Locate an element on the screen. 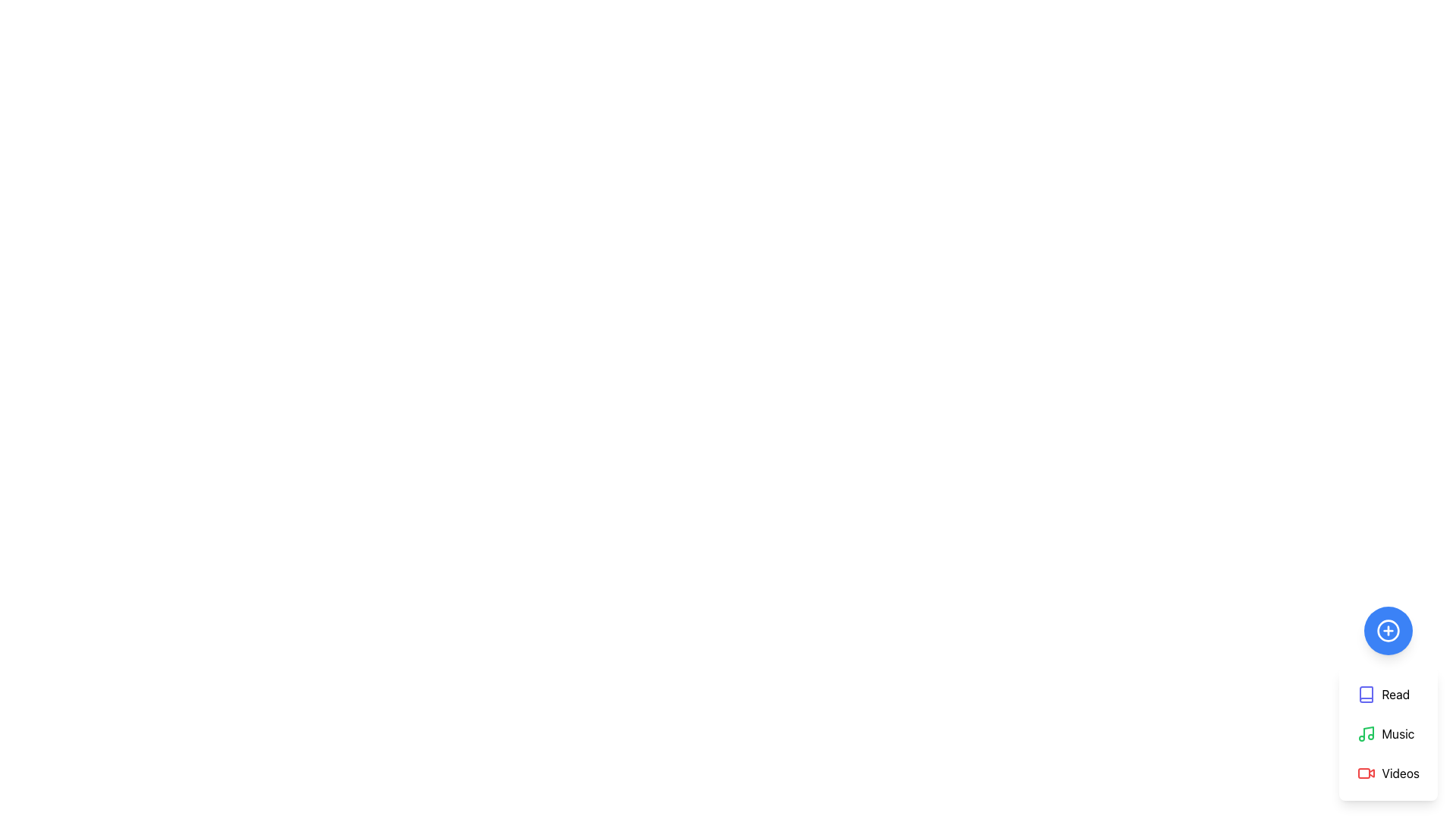  the blue circular button with a white outline and a plus icon in the center, located at the bottom-right corner of the interface is located at coordinates (1389, 631).